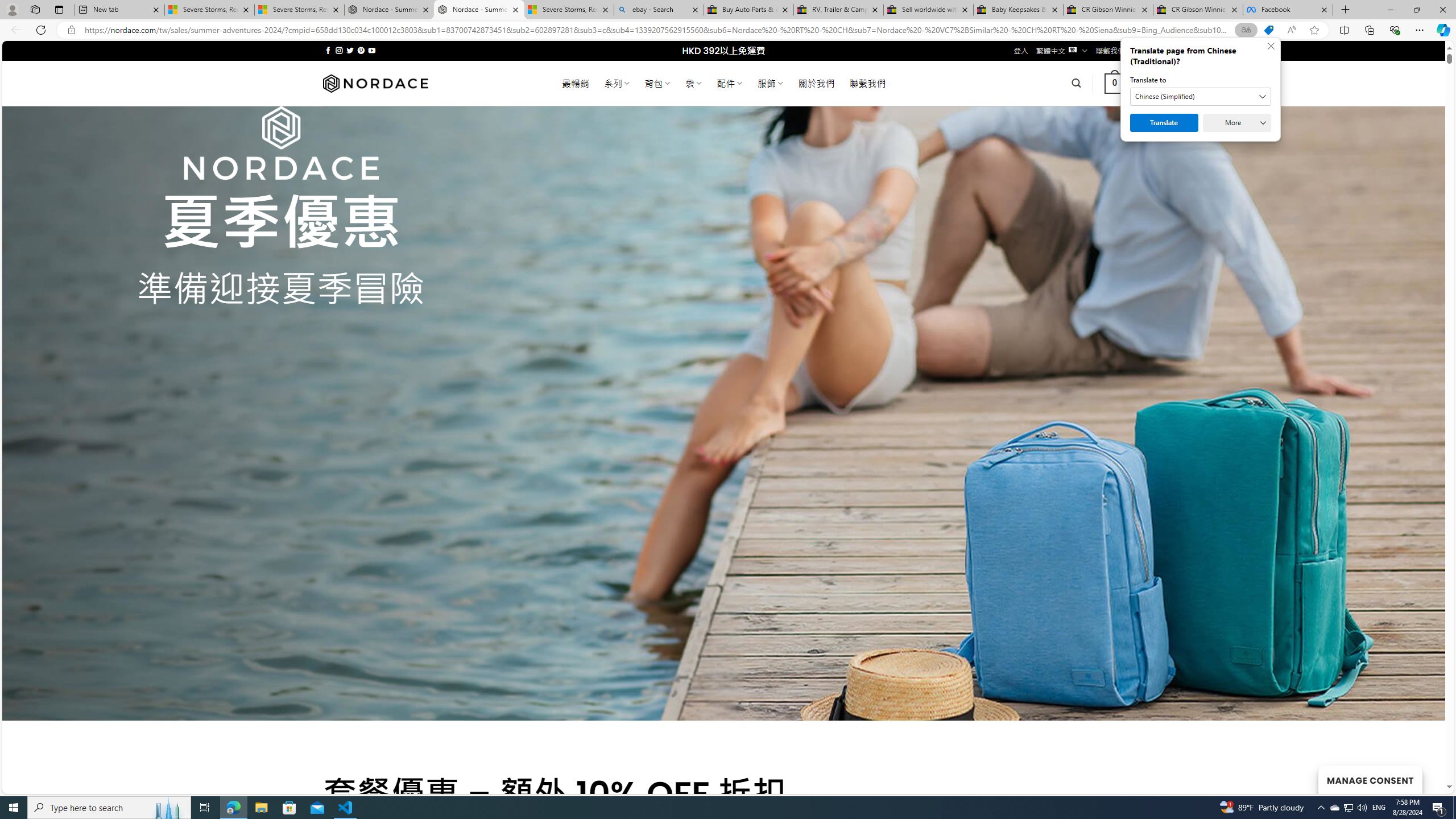  I want to click on 'Baby Keepsakes & Announcements for sale | eBay', so click(1017, 9).